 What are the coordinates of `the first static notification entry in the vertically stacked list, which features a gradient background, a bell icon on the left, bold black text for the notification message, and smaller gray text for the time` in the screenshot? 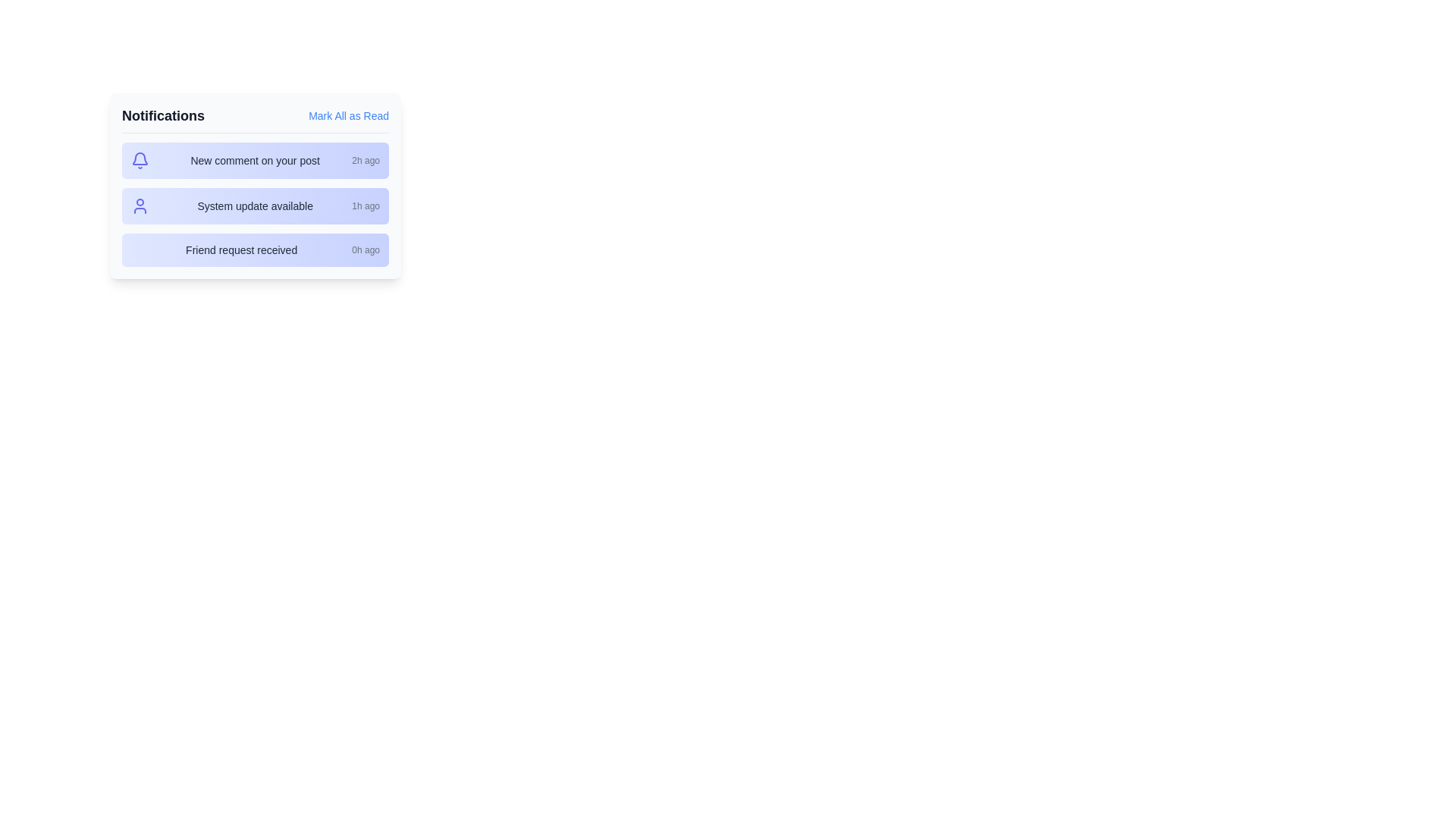 It's located at (255, 161).